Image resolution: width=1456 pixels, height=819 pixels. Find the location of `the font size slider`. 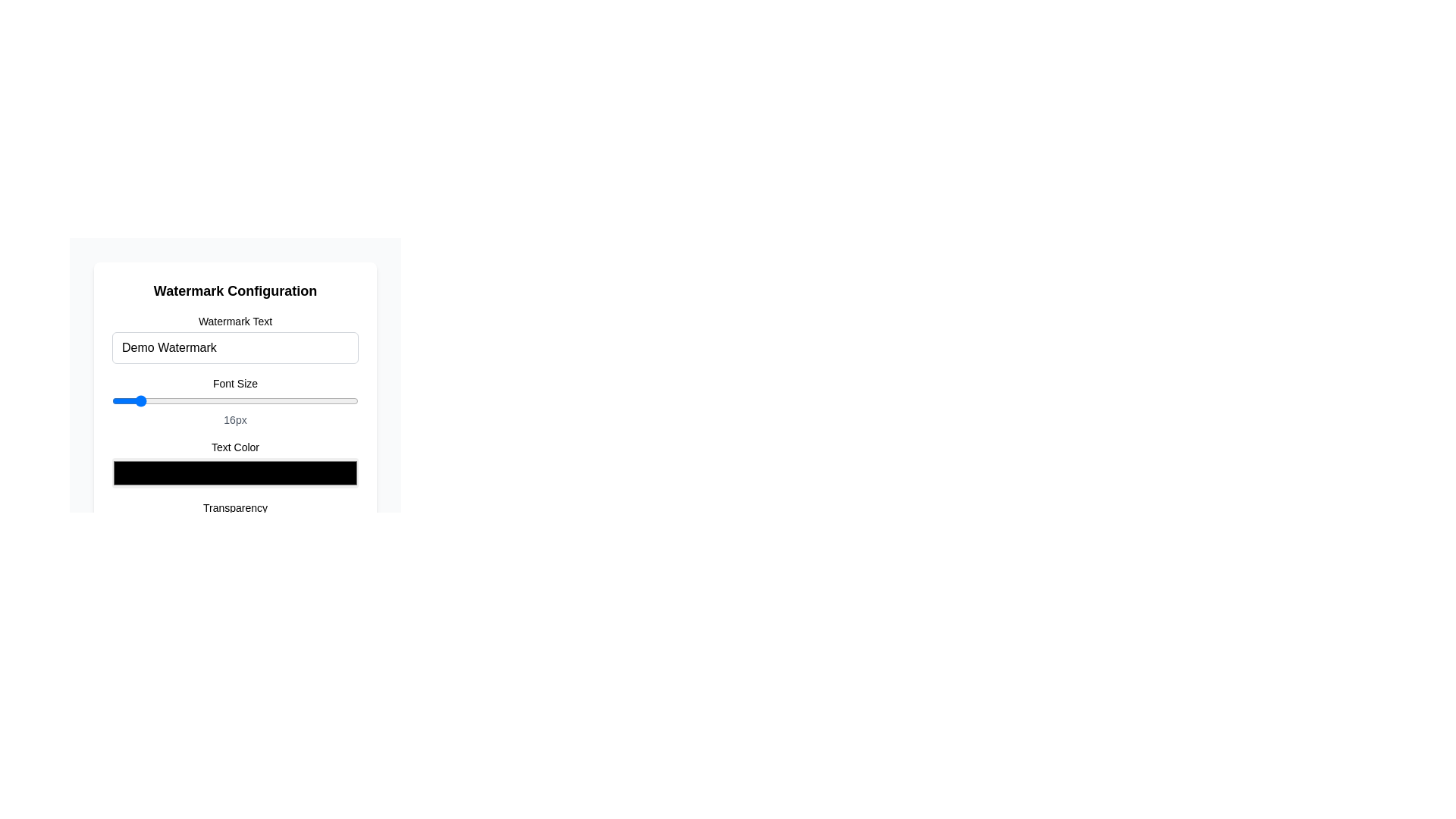

the font size slider is located at coordinates (164, 400).